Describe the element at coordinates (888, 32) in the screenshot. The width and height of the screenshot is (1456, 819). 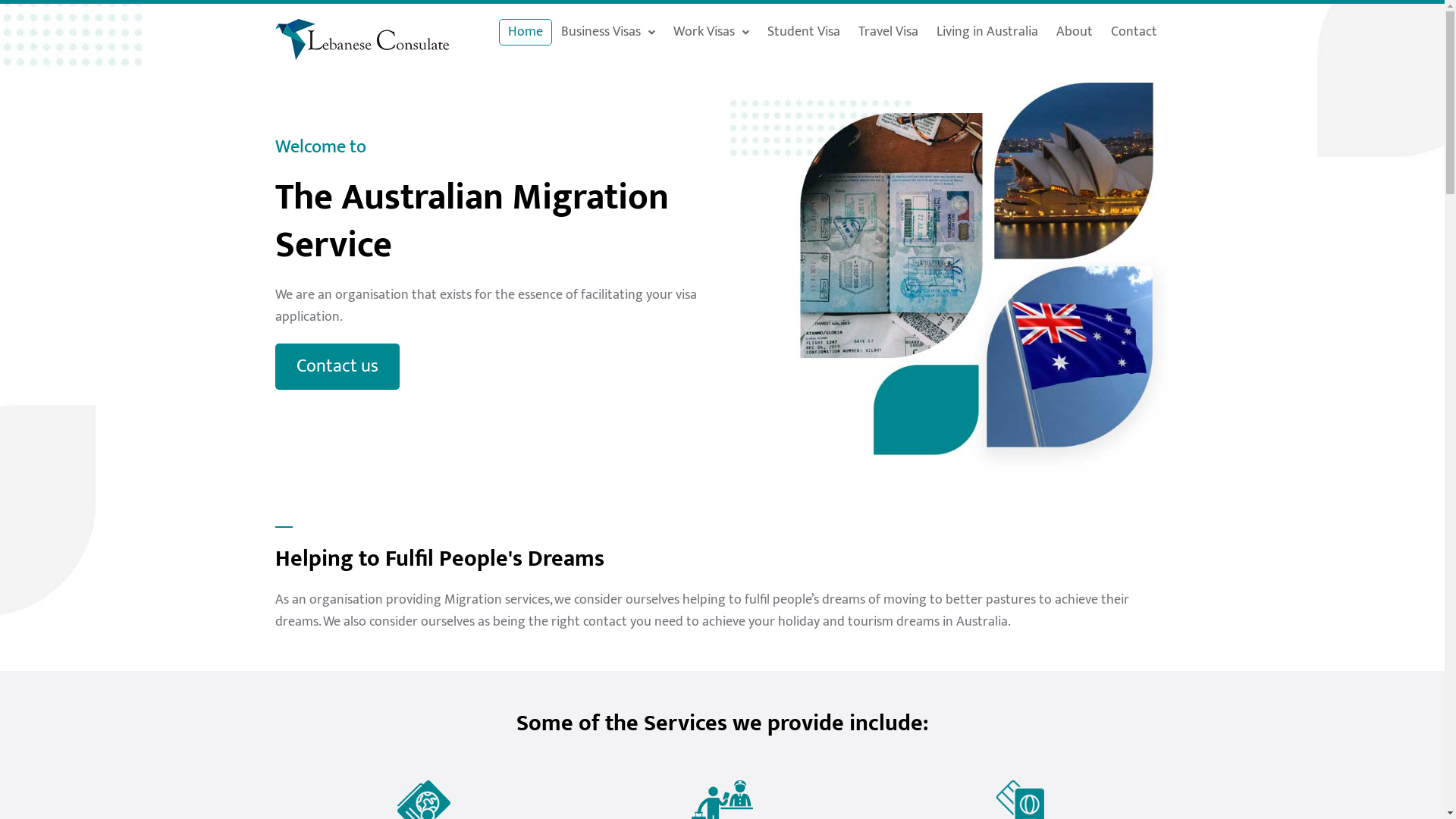
I see `'Travel Visa'` at that location.